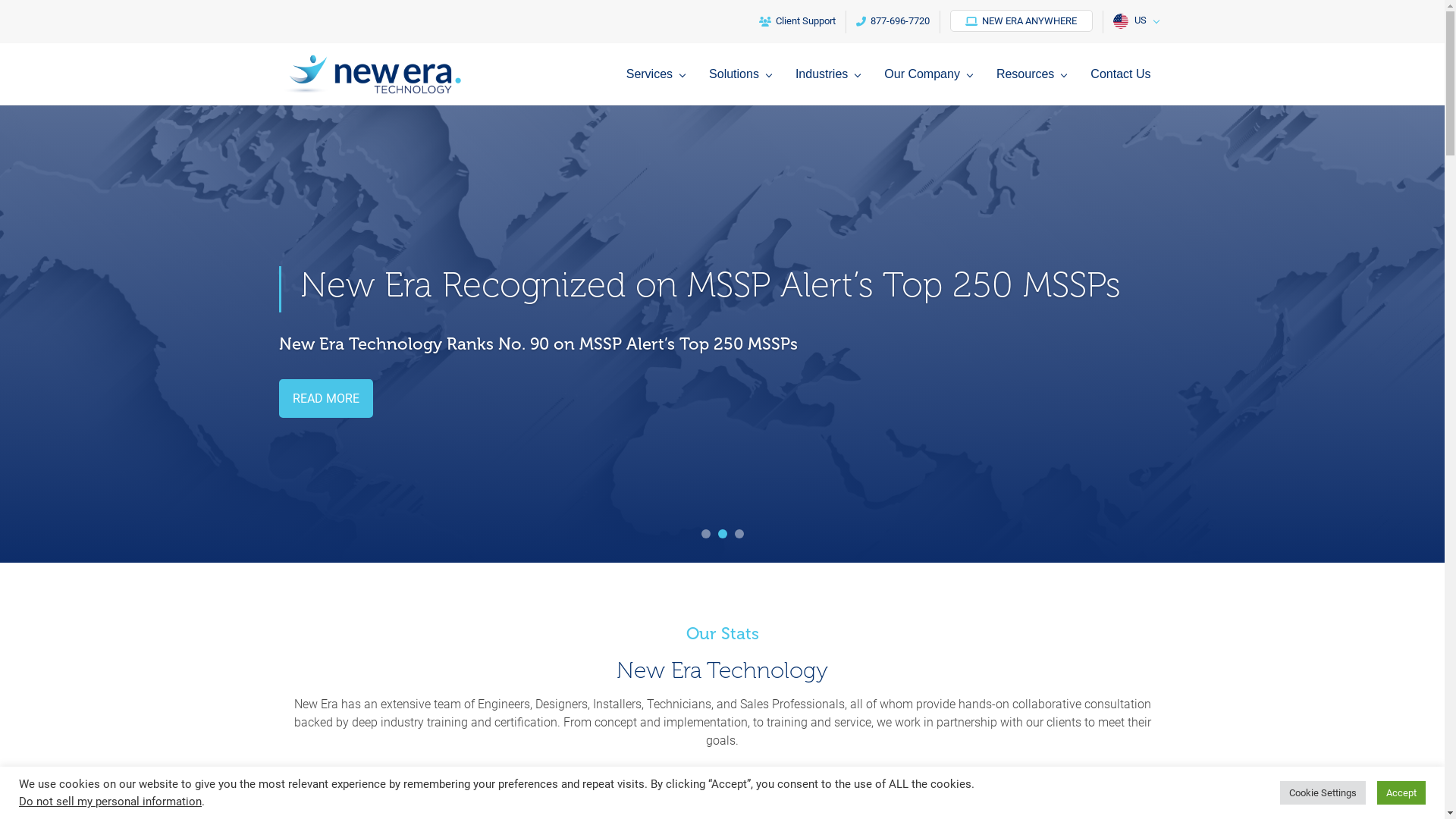 The height and width of the screenshot is (819, 1456). I want to click on 'Contact Us', so click(1120, 86).